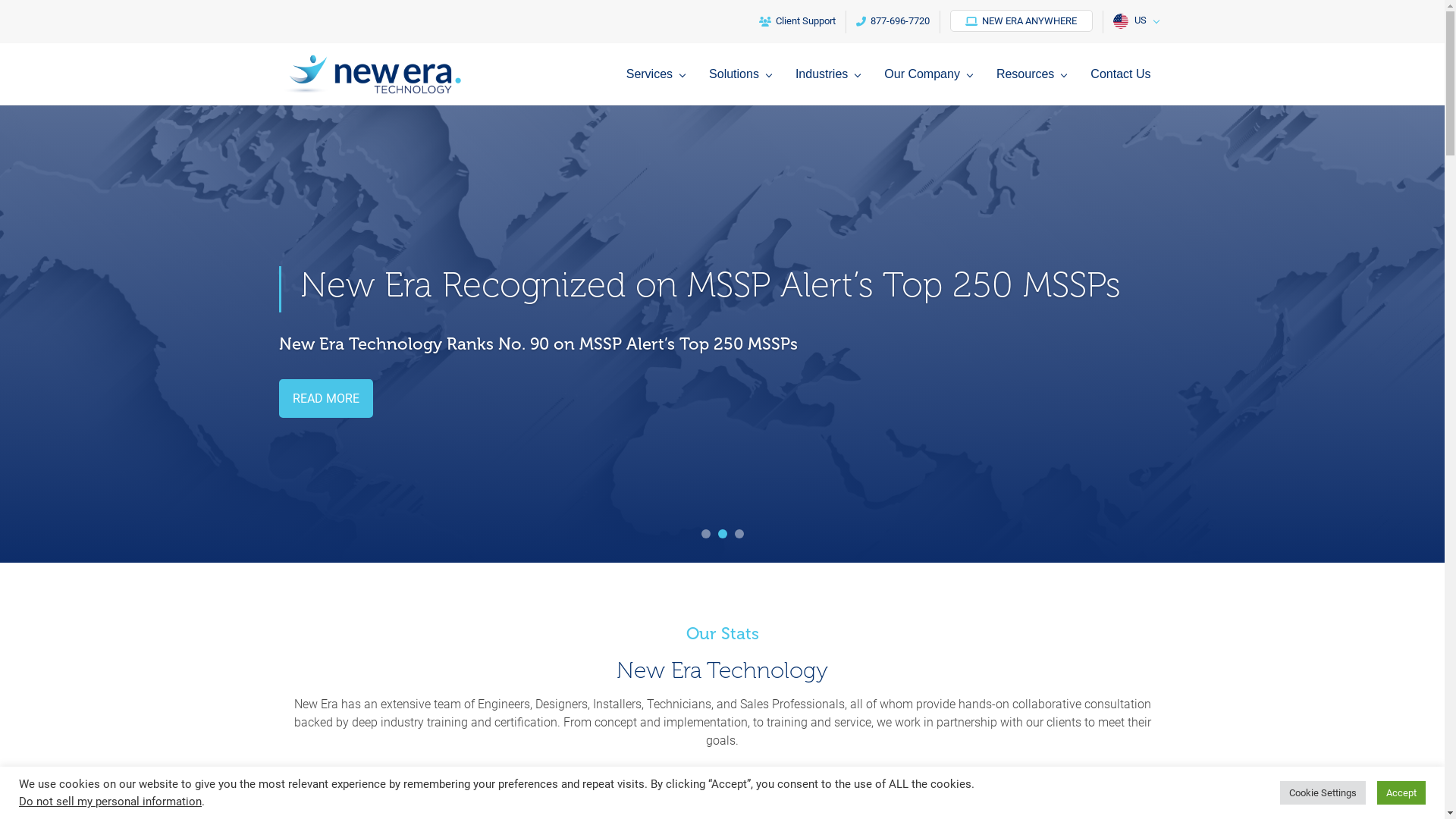 The height and width of the screenshot is (819, 1456). I want to click on 'Contact Us', so click(1120, 86).